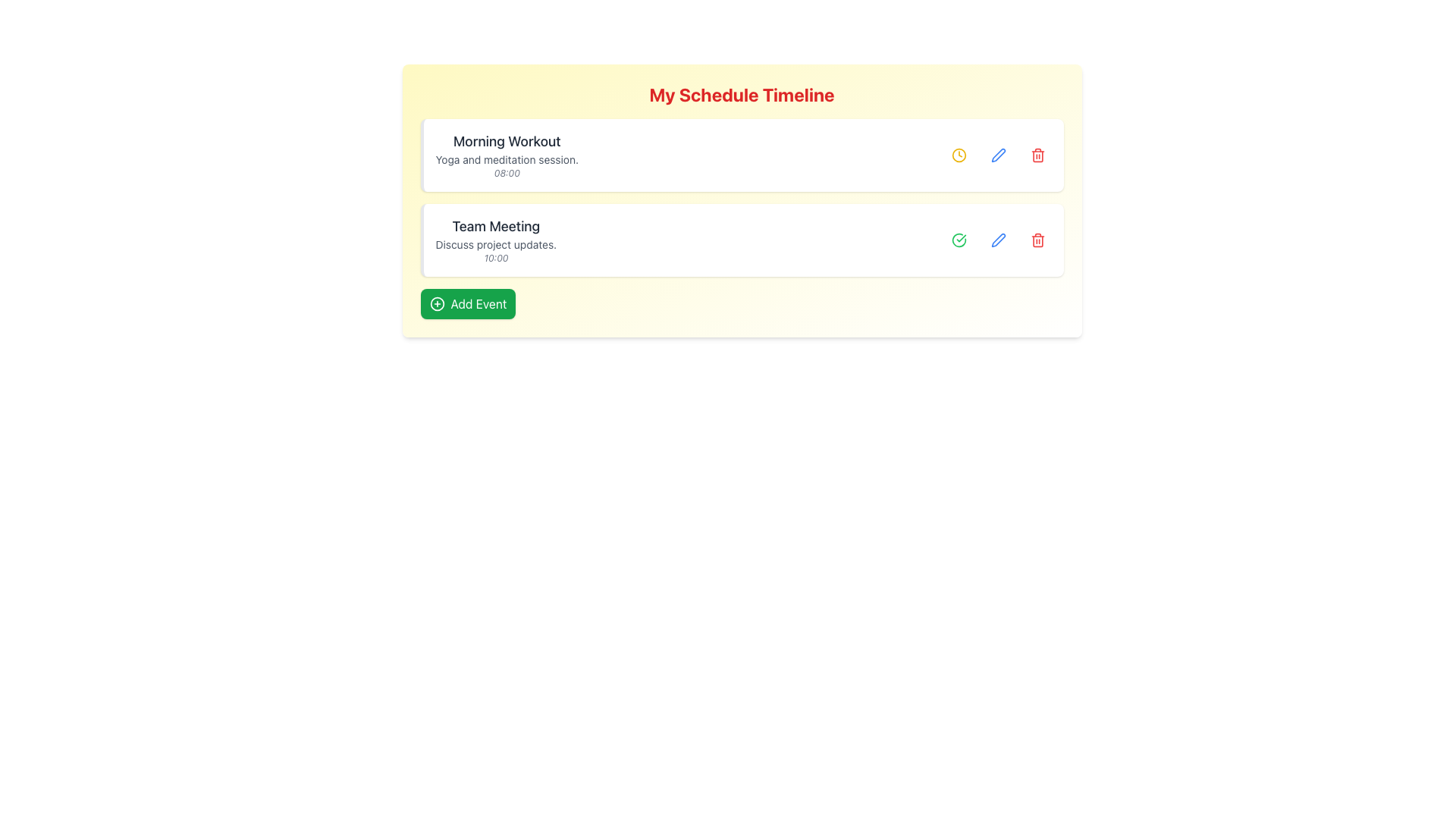 The height and width of the screenshot is (819, 1456). I want to click on the time indicator icon button located to the right of the 'Morning Workout' title in the second card of the schedule section, so click(958, 155).